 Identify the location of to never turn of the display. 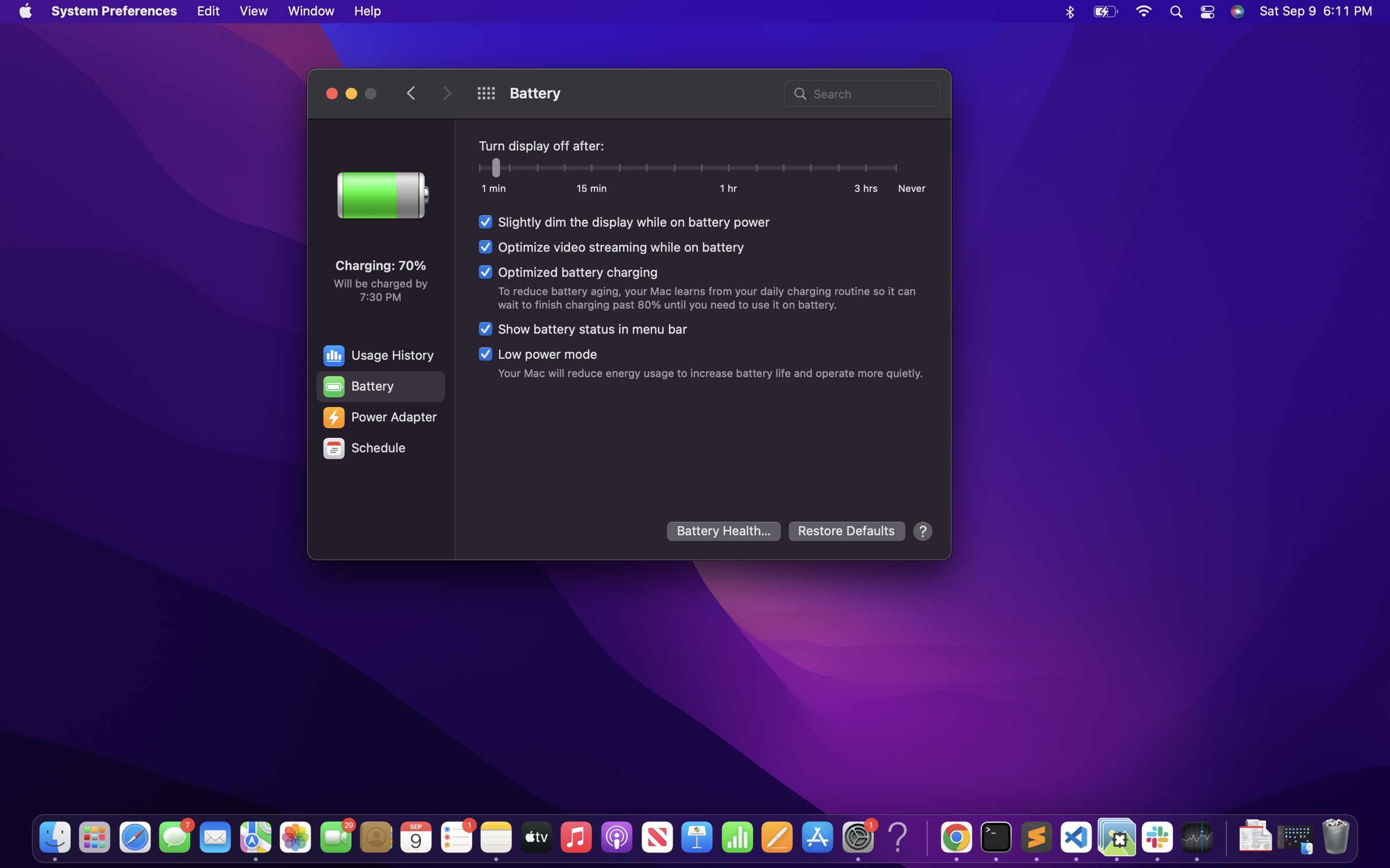
(896, 165).